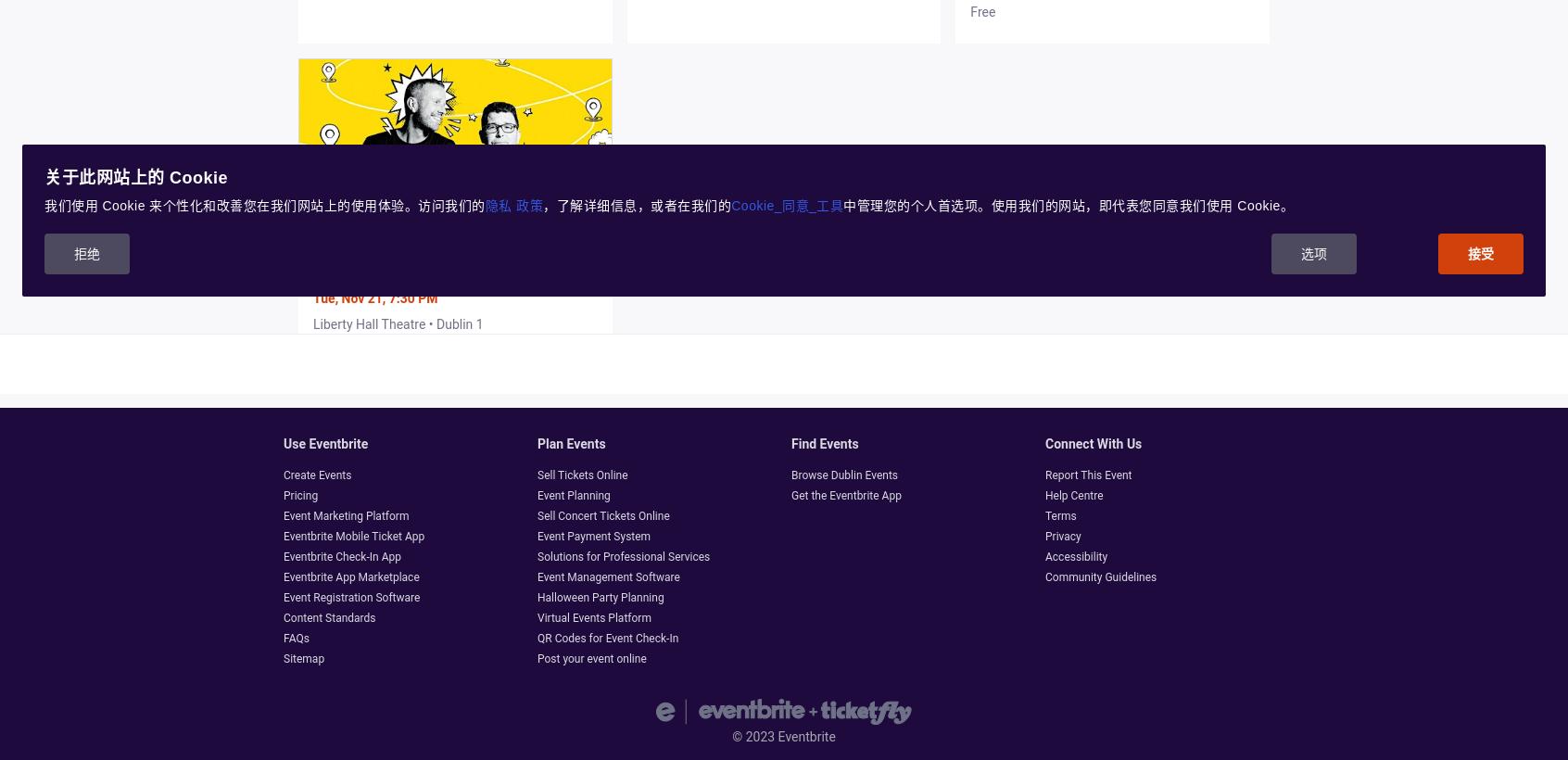 The image size is (1568, 760). What do you see at coordinates (1093, 443) in the screenshot?
I see `'Connect with us'` at bounding box center [1093, 443].